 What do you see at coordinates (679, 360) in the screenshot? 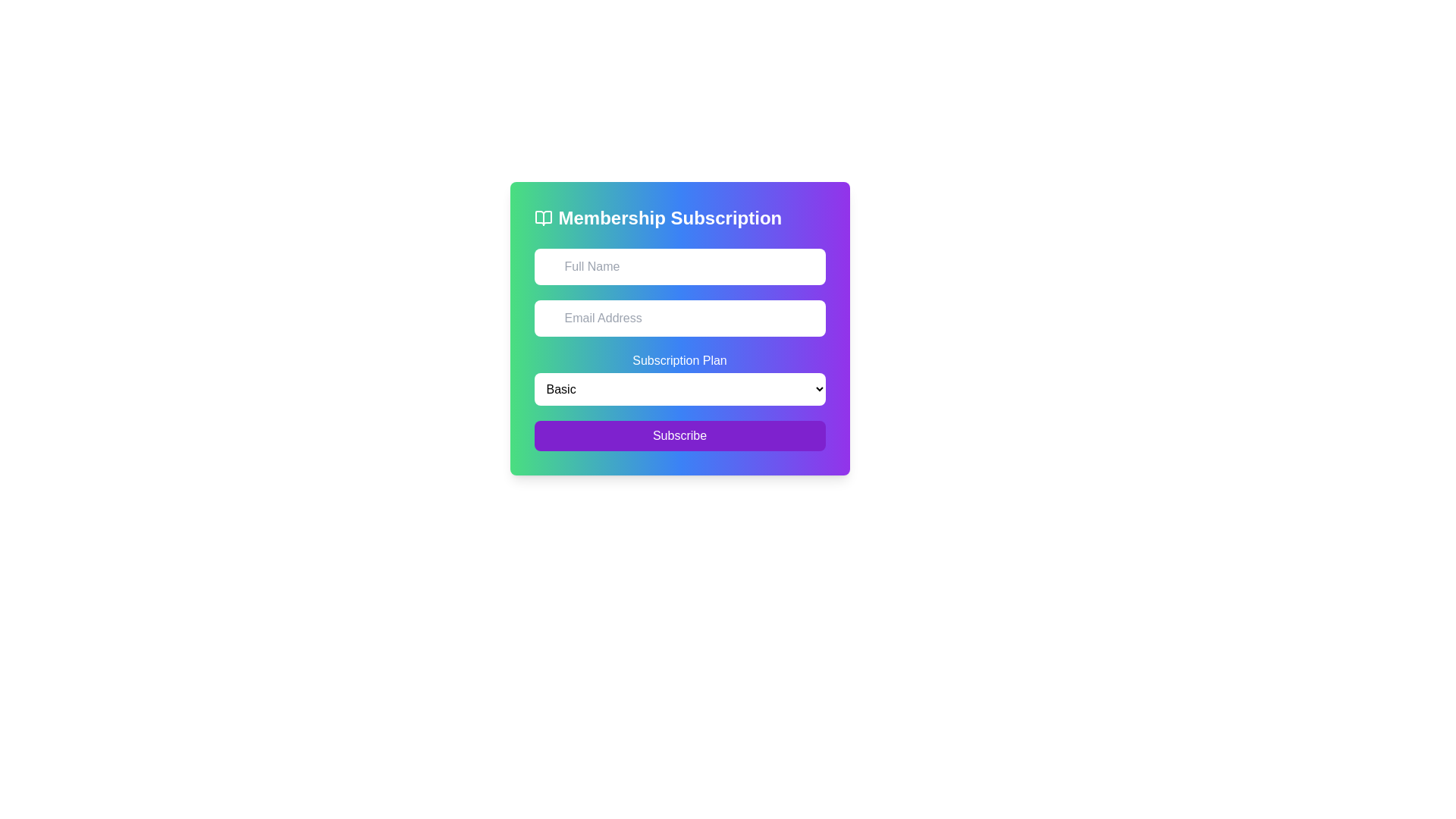
I see `the 'Subscription Plan' label which displays in white font on a gradient background, located above the dropdown menu in the 'Membership Subscription' form` at bounding box center [679, 360].